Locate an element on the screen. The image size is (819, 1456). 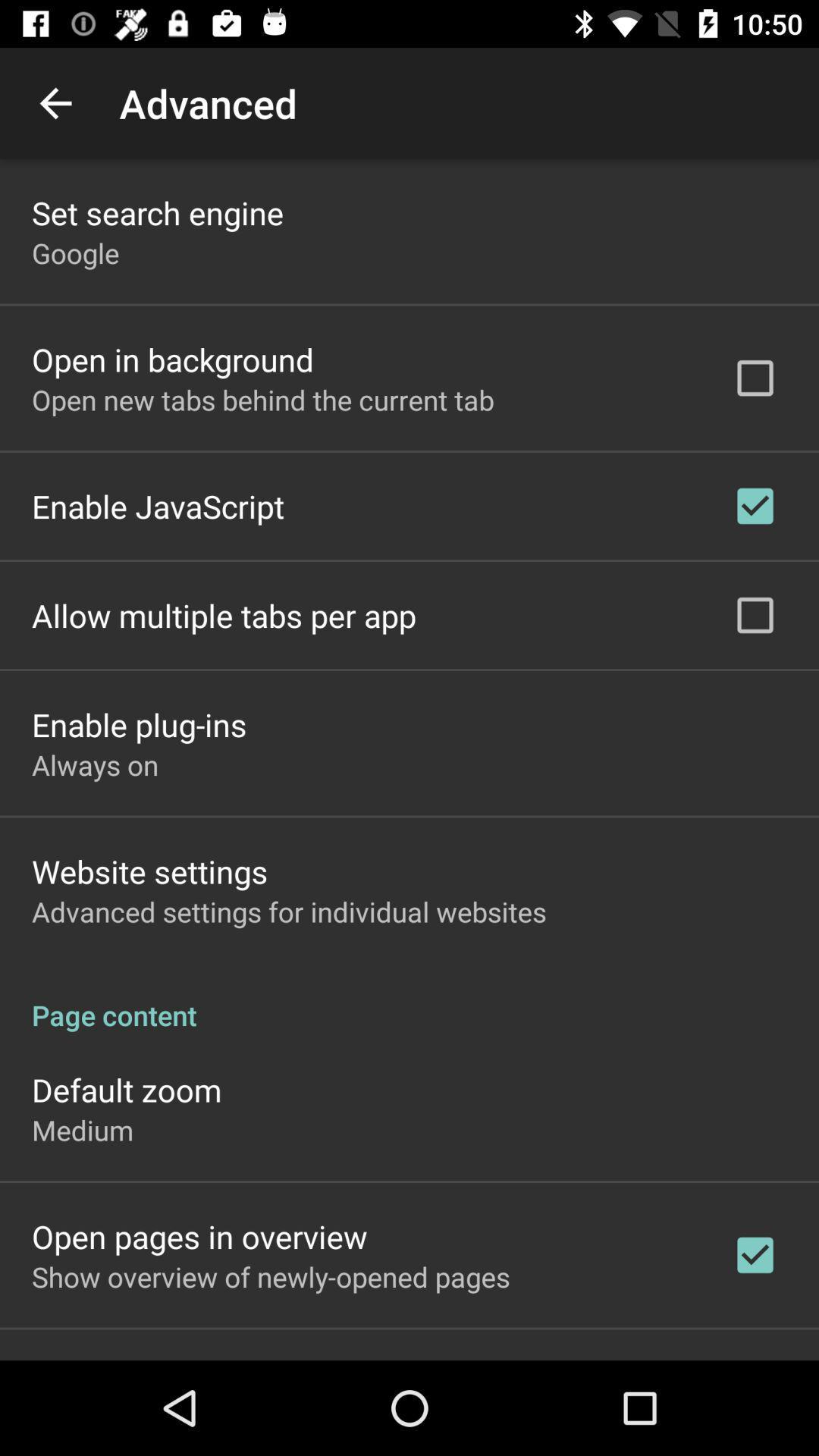
the item next to advanced item is located at coordinates (55, 102).